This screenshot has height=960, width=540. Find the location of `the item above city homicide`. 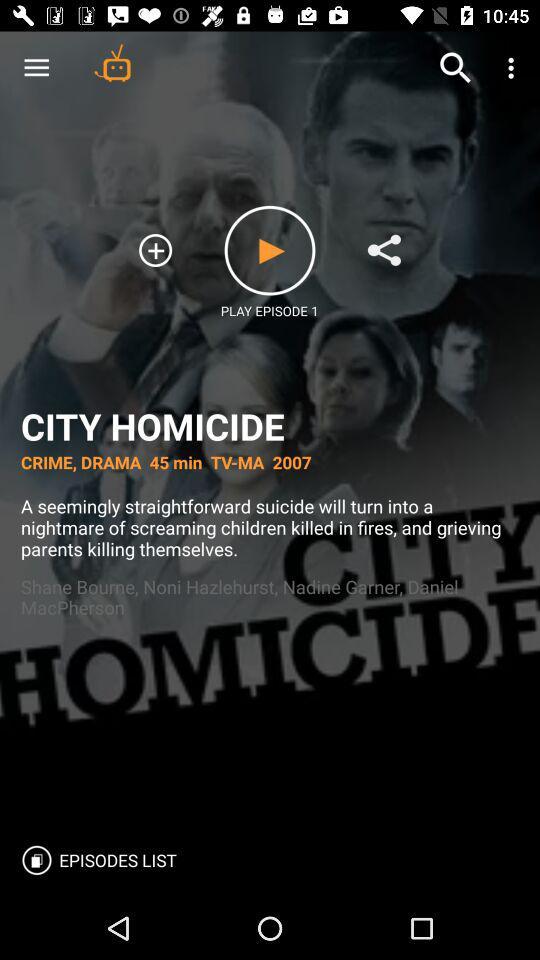

the item above city homicide is located at coordinates (36, 68).